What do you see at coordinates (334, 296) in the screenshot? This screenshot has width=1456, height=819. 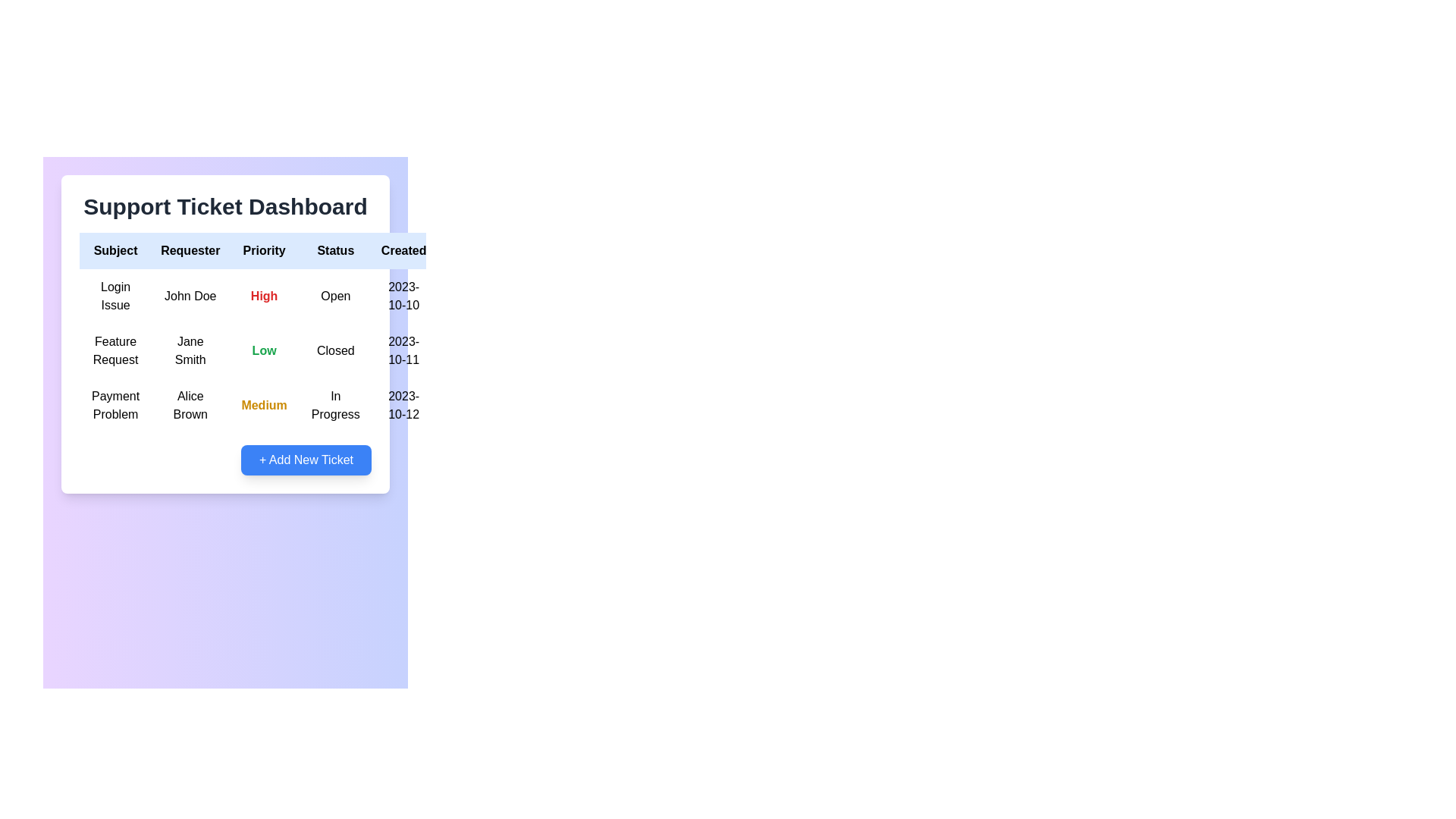 I see `the text label that displays 'Open' in the 'Status' column of the 'Support Ticket Dashboard' table, which corresponds to the ticket with the subject 'Login Issue' and the requester 'John Doe'` at bounding box center [334, 296].